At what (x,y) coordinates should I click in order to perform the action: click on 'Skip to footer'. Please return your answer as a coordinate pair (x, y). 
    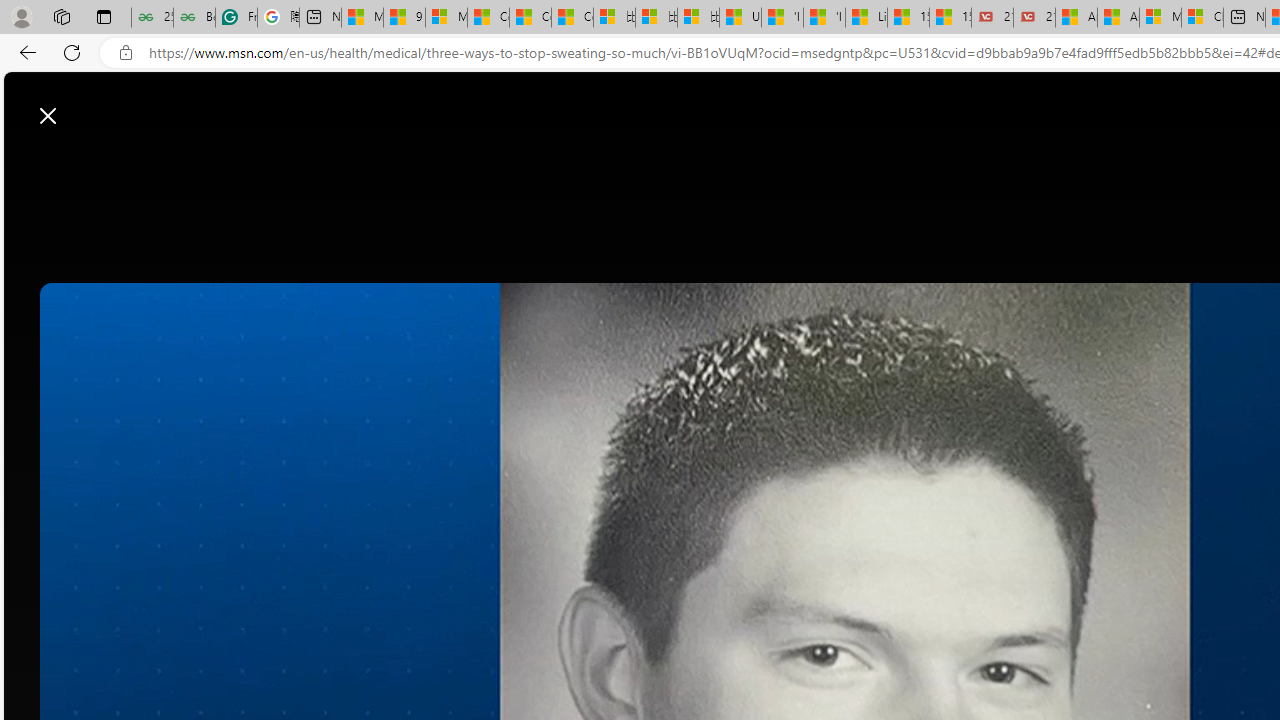
    Looking at the image, I should click on (81, 105).